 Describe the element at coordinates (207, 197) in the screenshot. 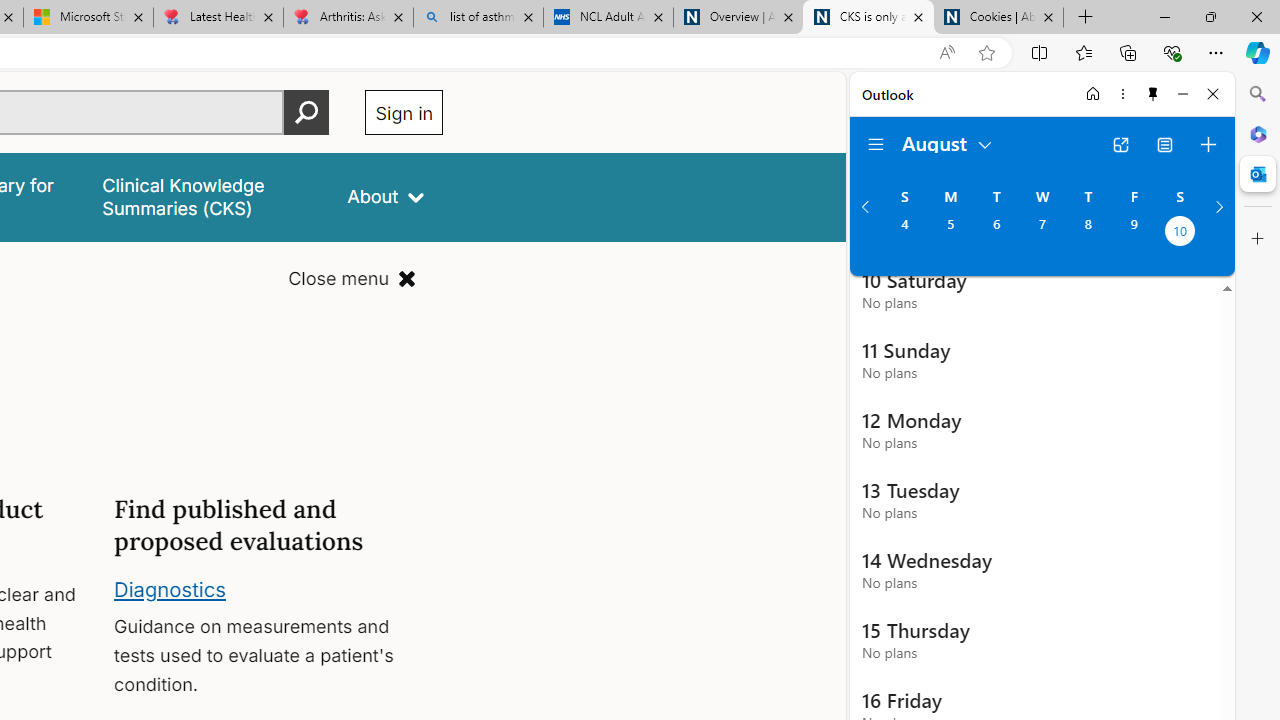

I see `'false'` at that location.